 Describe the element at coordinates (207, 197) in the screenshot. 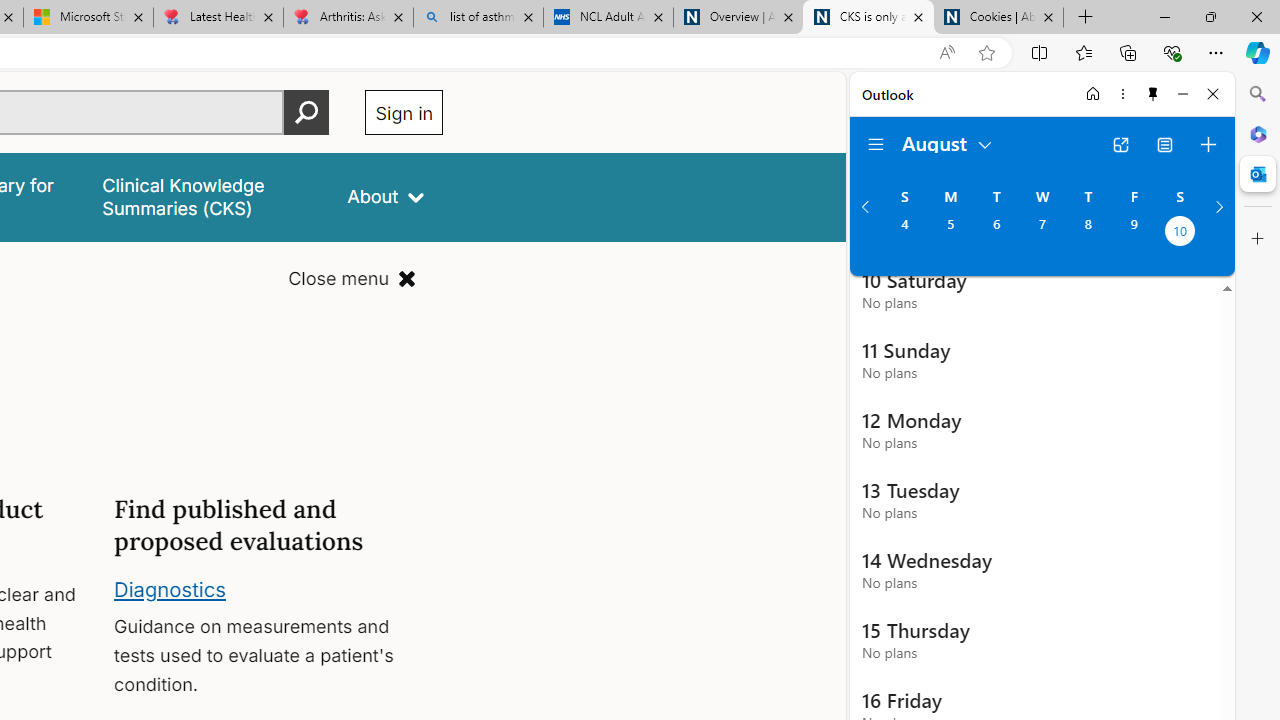

I see `'false'` at that location.